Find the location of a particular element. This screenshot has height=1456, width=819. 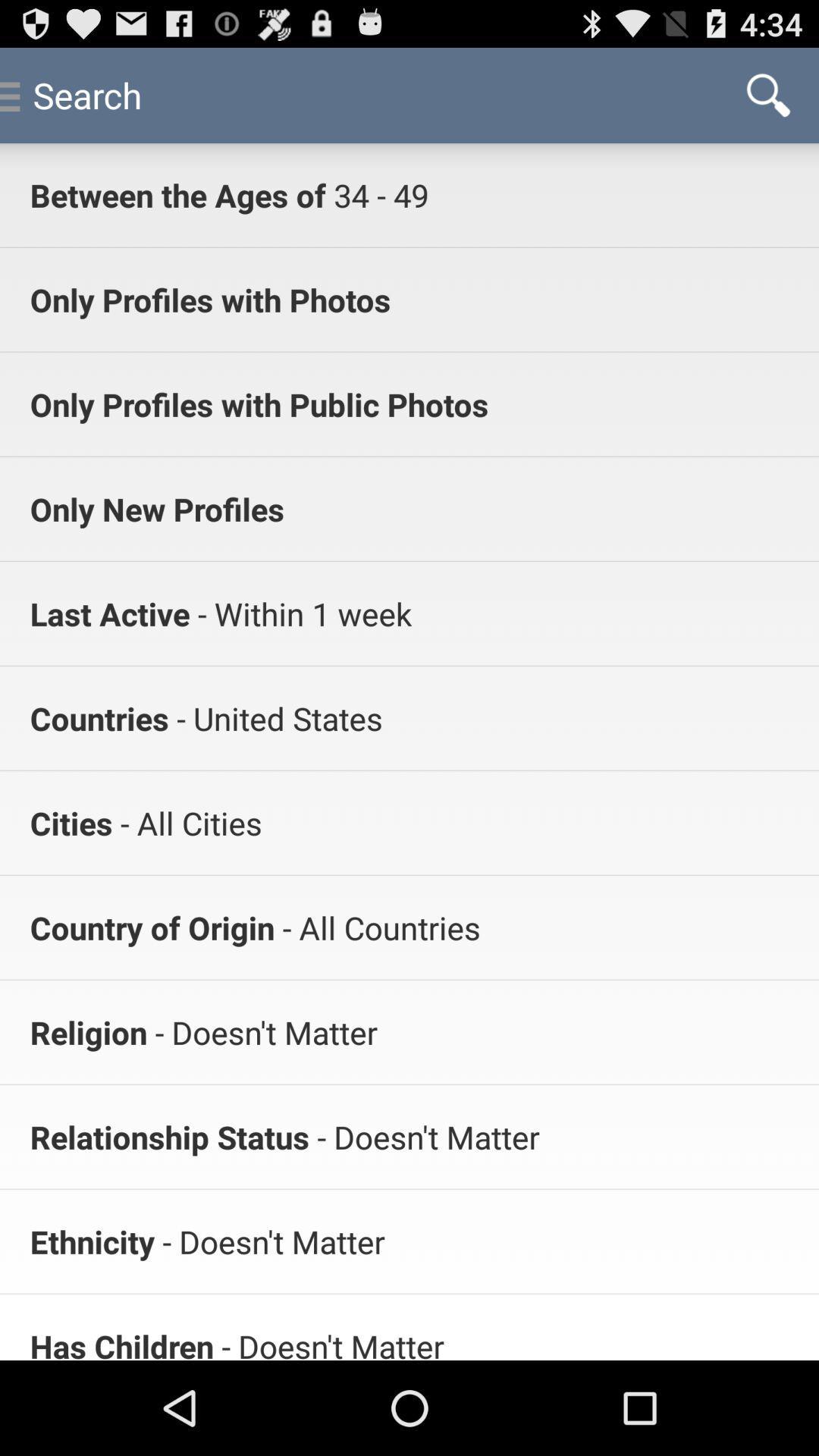

the item above the only profiles with is located at coordinates (376, 194).